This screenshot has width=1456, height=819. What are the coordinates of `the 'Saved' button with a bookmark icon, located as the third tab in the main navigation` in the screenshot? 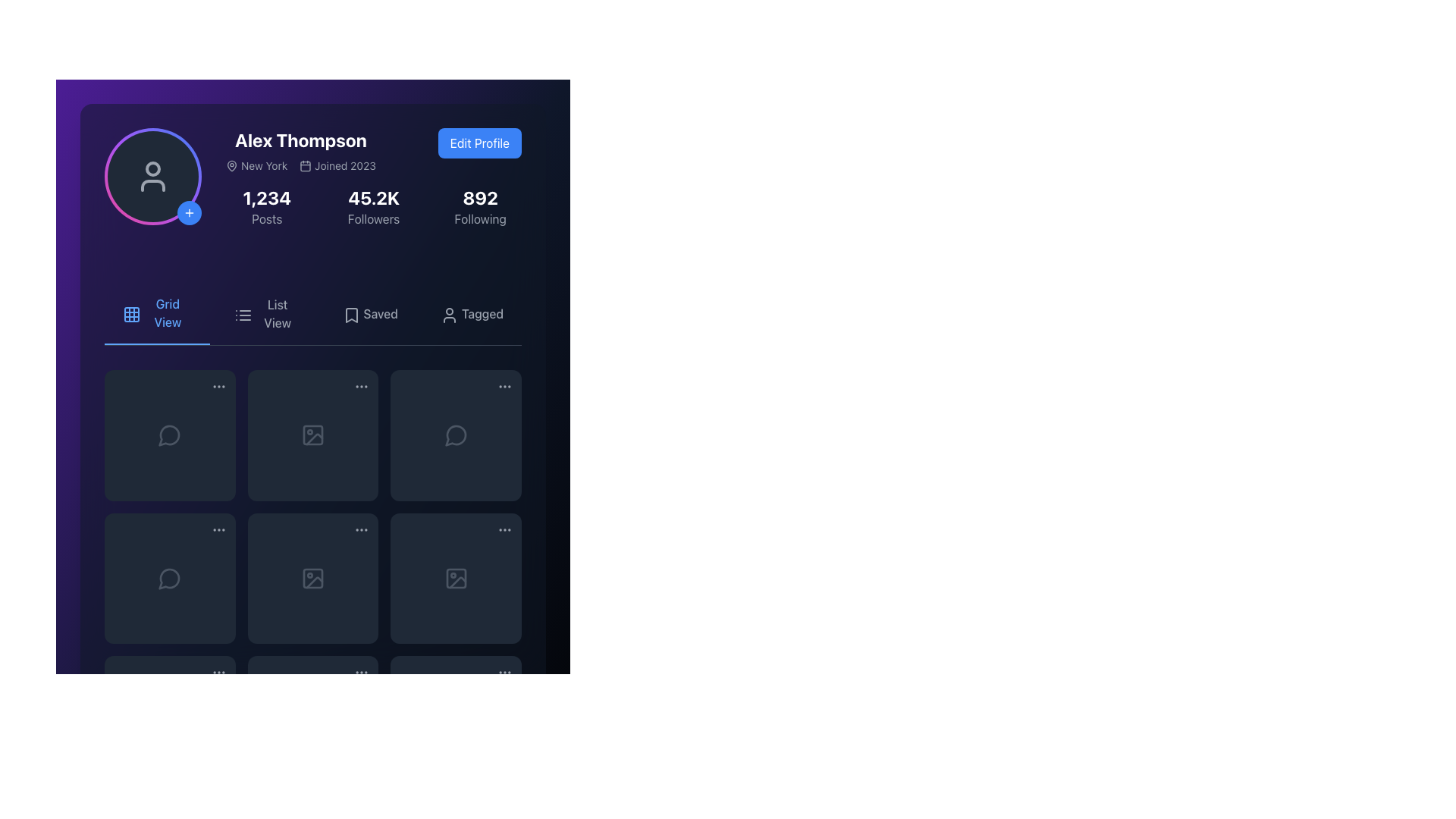 It's located at (370, 312).